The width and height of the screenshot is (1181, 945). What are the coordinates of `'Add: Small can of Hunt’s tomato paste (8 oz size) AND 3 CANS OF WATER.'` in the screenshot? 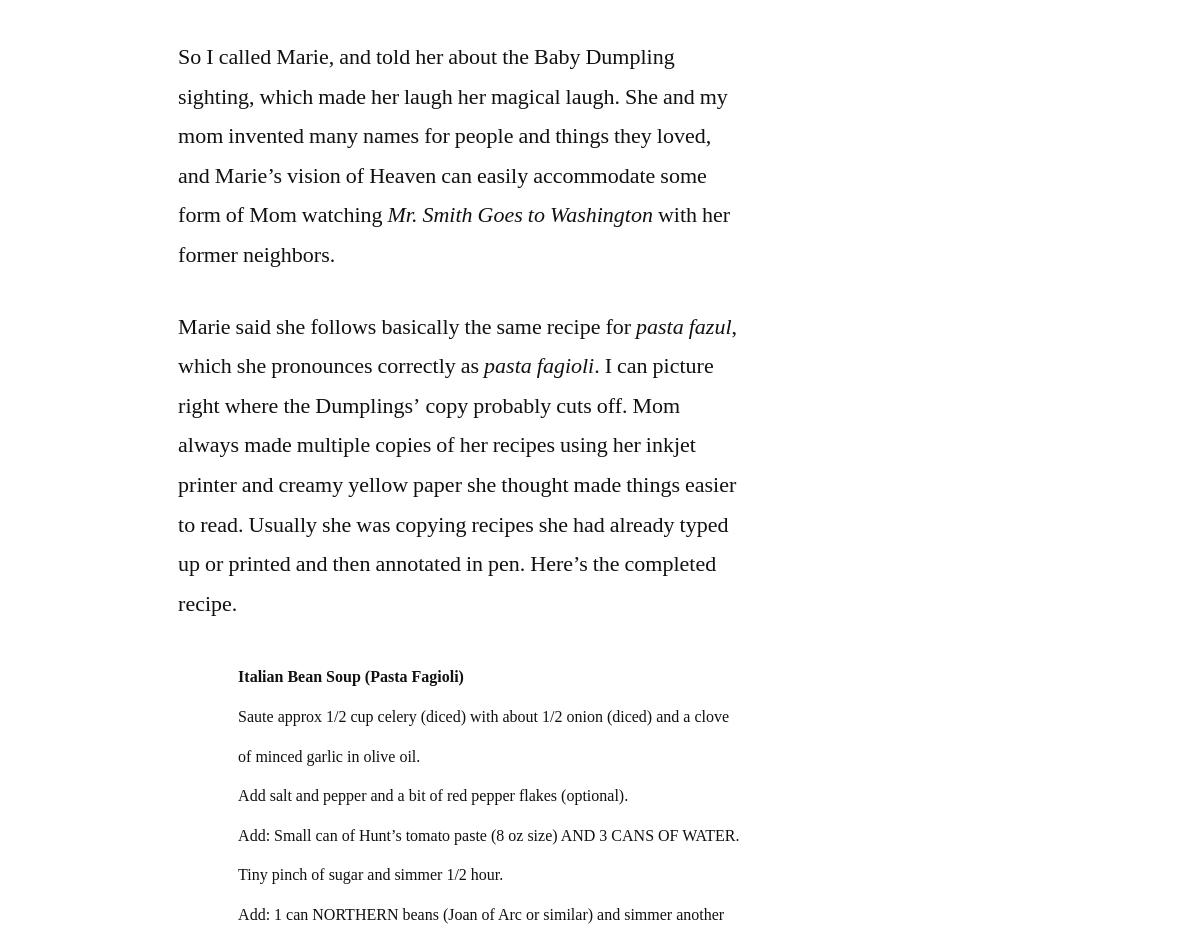 It's located at (236, 834).